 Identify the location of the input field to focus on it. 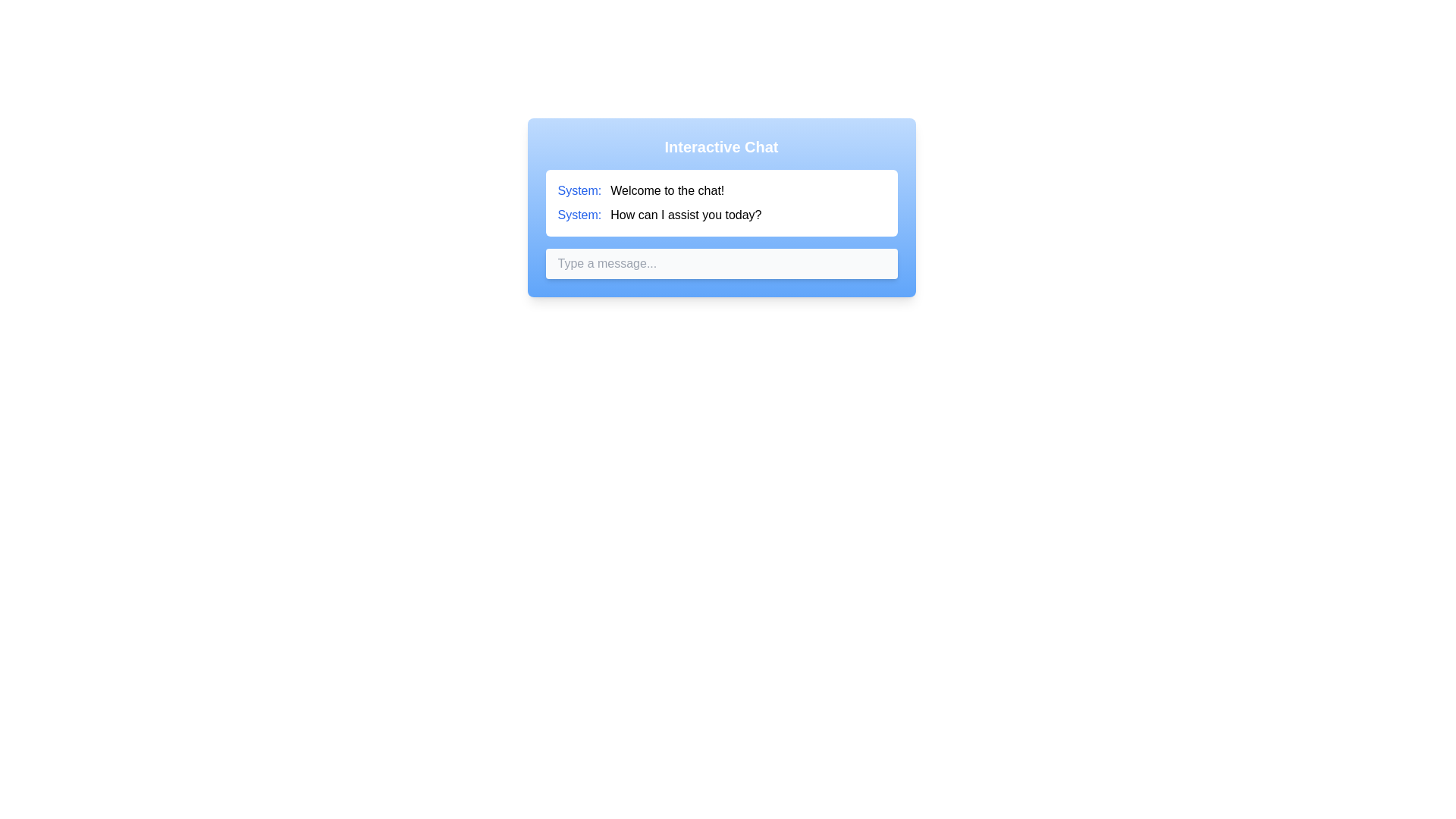
(720, 262).